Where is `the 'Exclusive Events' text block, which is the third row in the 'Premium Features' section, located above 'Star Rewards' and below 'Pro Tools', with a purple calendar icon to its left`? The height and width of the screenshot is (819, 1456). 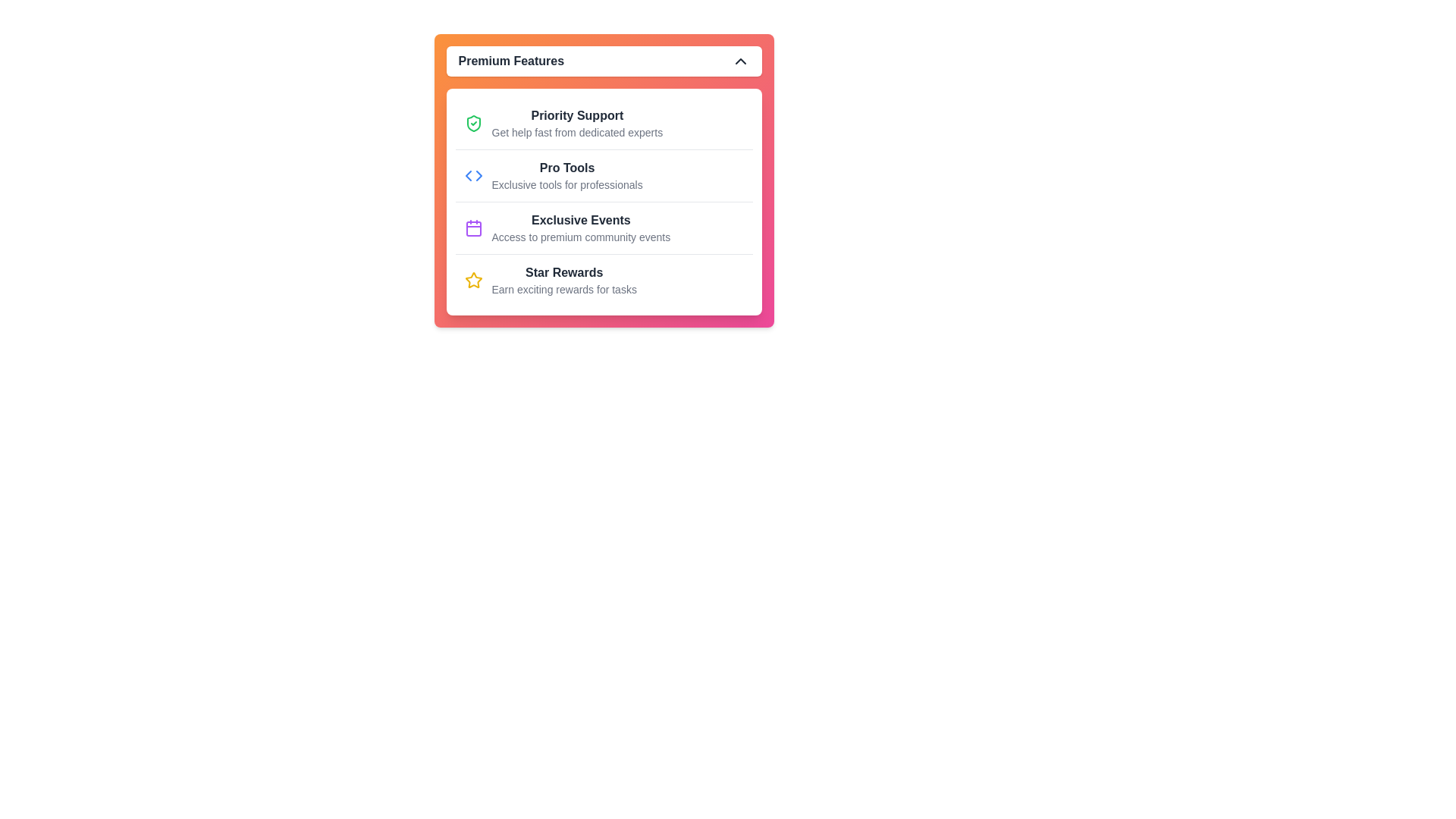
the 'Exclusive Events' text block, which is the third row in the 'Premium Features' section, located above 'Star Rewards' and below 'Pro Tools', with a purple calendar icon to its left is located at coordinates (580, 227).